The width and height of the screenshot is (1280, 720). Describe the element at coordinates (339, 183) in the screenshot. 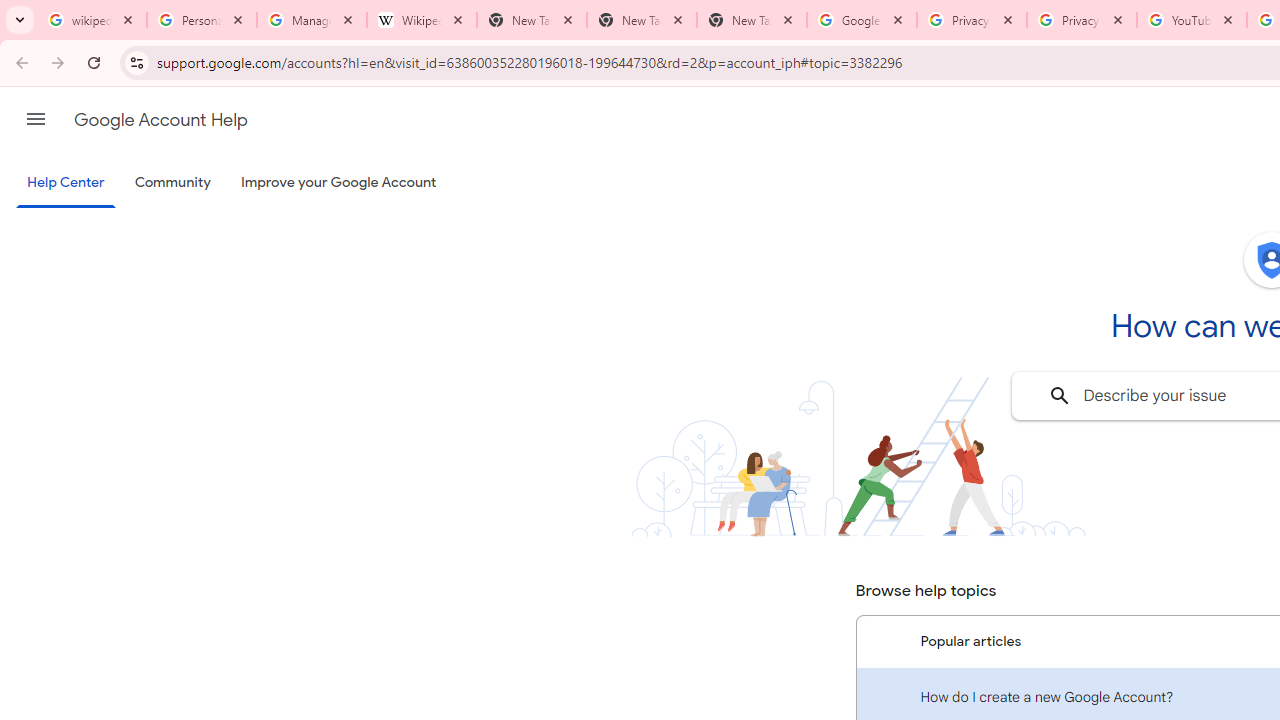

I see `'Improve your Google Account'` at that location.